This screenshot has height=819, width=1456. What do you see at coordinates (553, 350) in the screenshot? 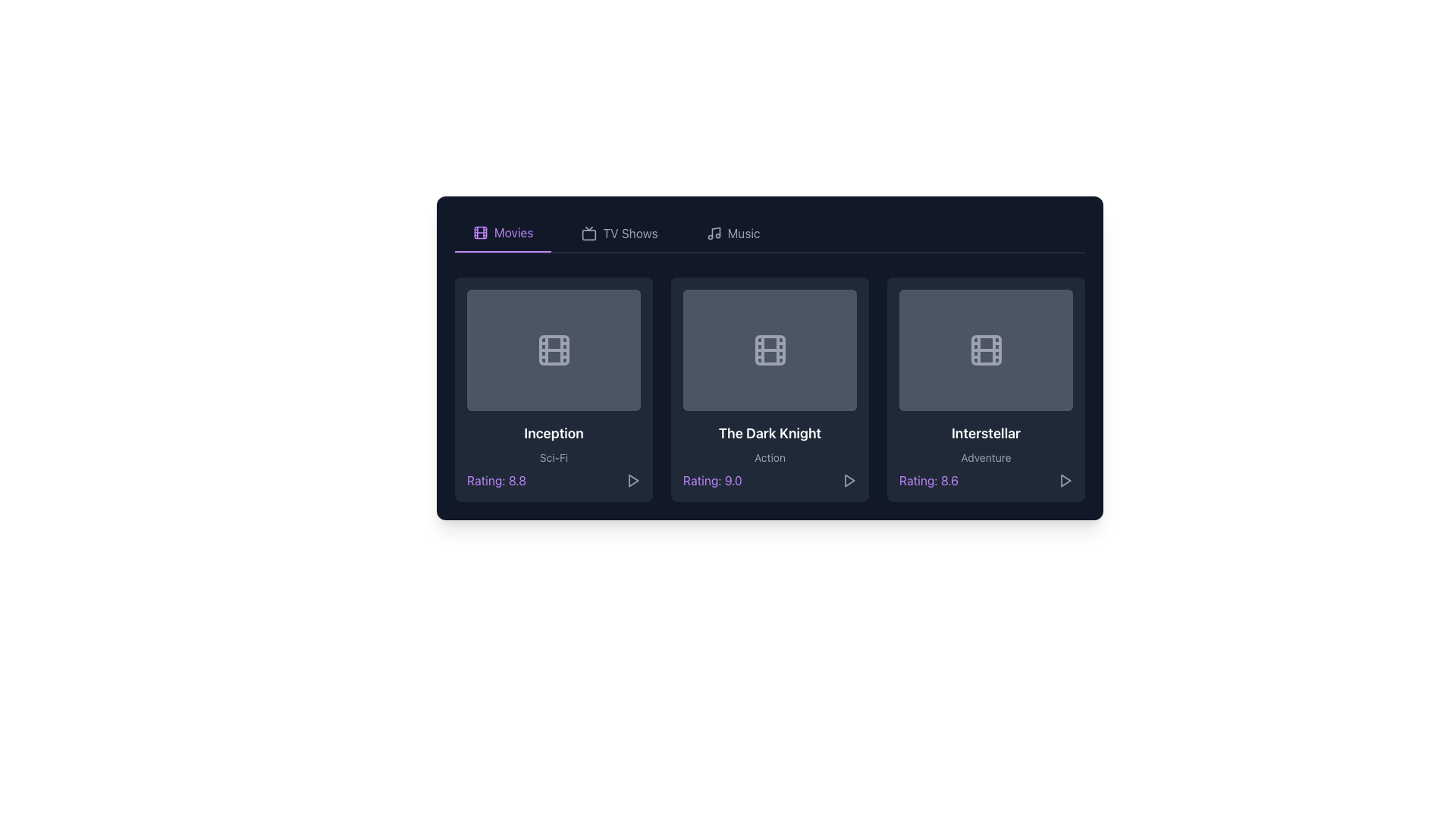
I see `the movie icon for 'Inception', which is centered within the first tile of media items, to gather information about the content` at bounding box center [553, 350].